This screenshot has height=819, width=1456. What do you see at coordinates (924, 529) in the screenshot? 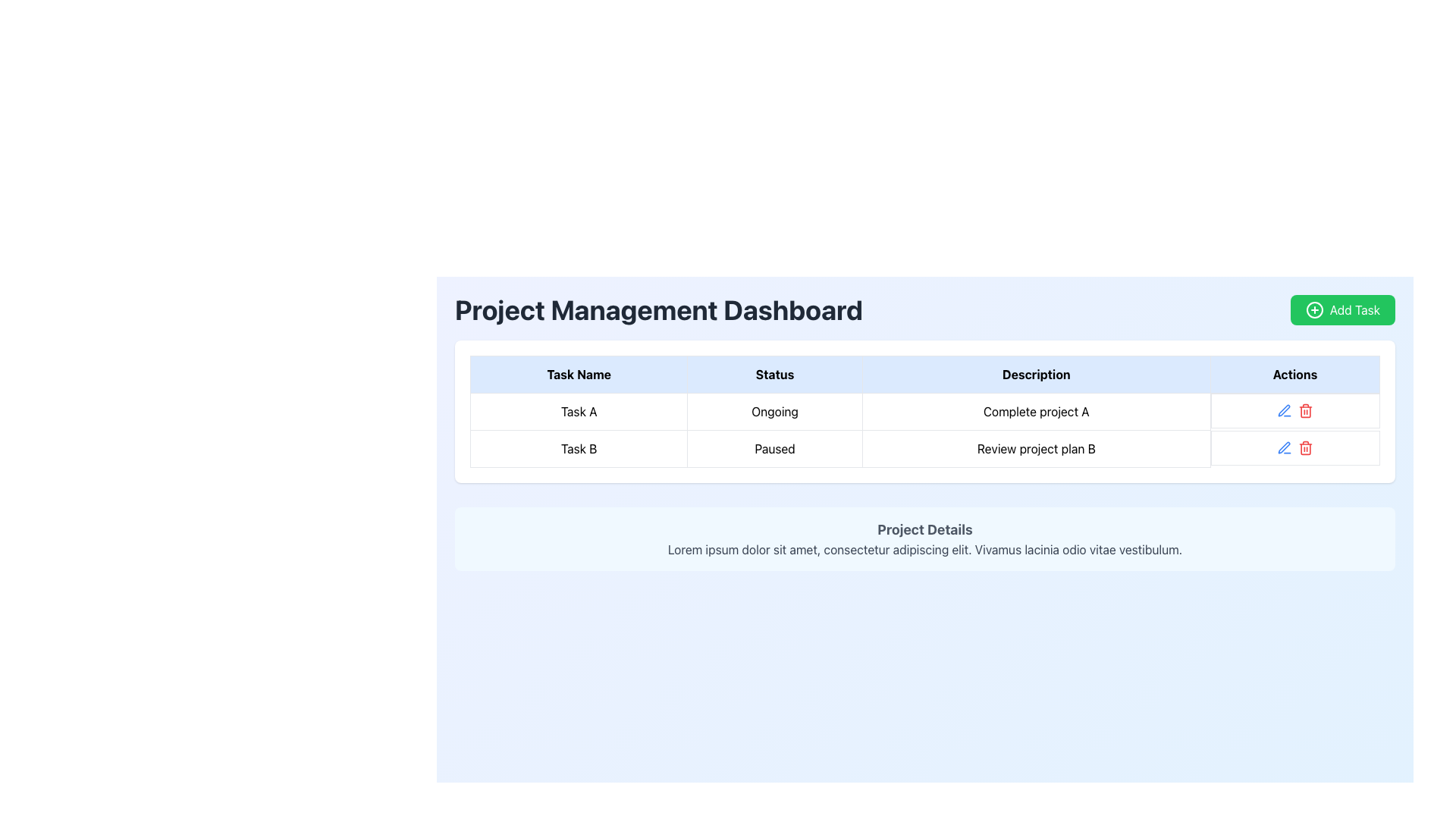
I see `text label displaying 'Project Details', which is styled in bold and dark gray, positioned at the top of a light blue box` at bounding box center [924, 529].